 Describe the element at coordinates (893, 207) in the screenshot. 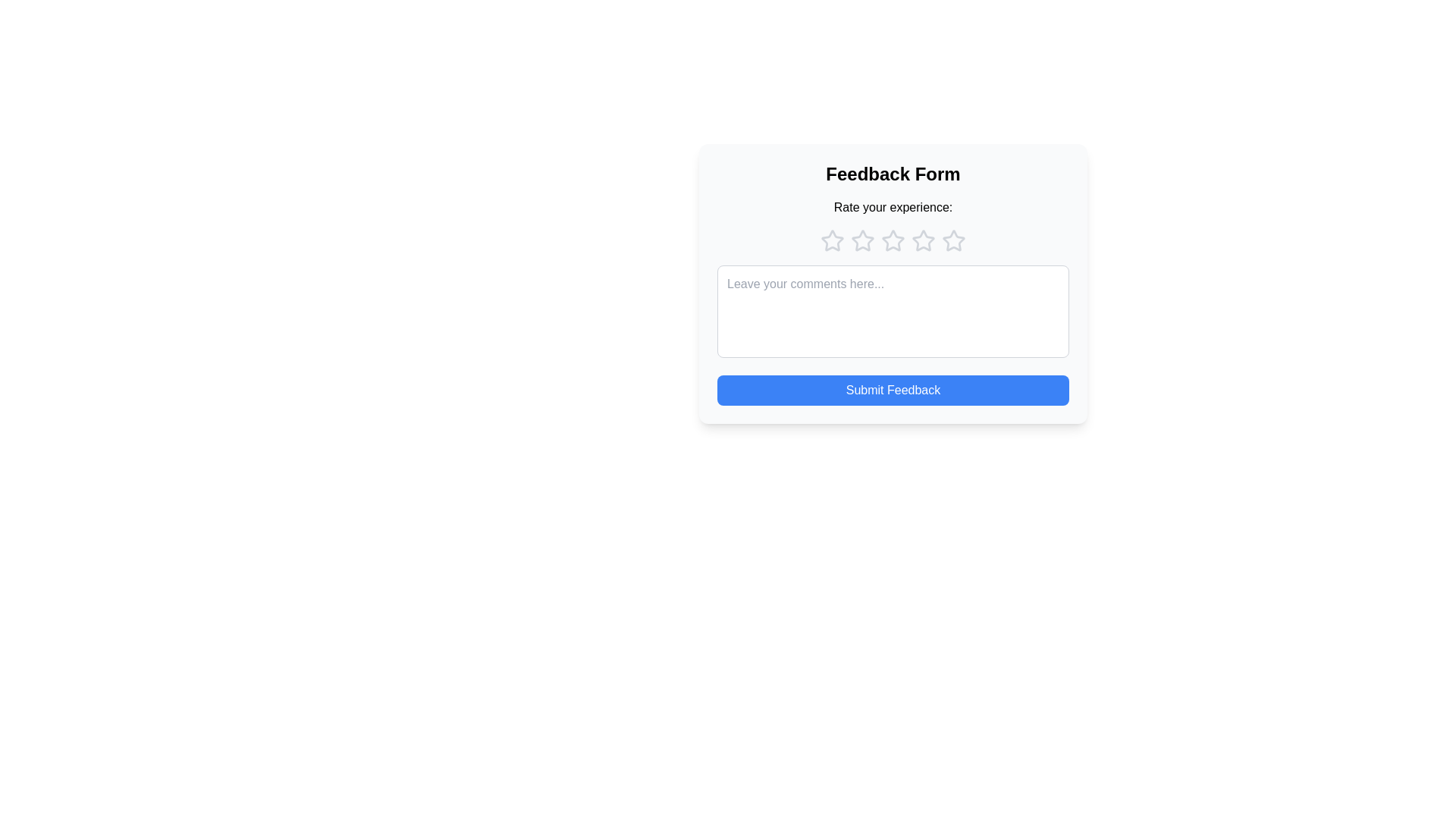

I see `text label that prompts the user to rate their experience, located below the 'Feedback Form' title and above the star icons` at that location.